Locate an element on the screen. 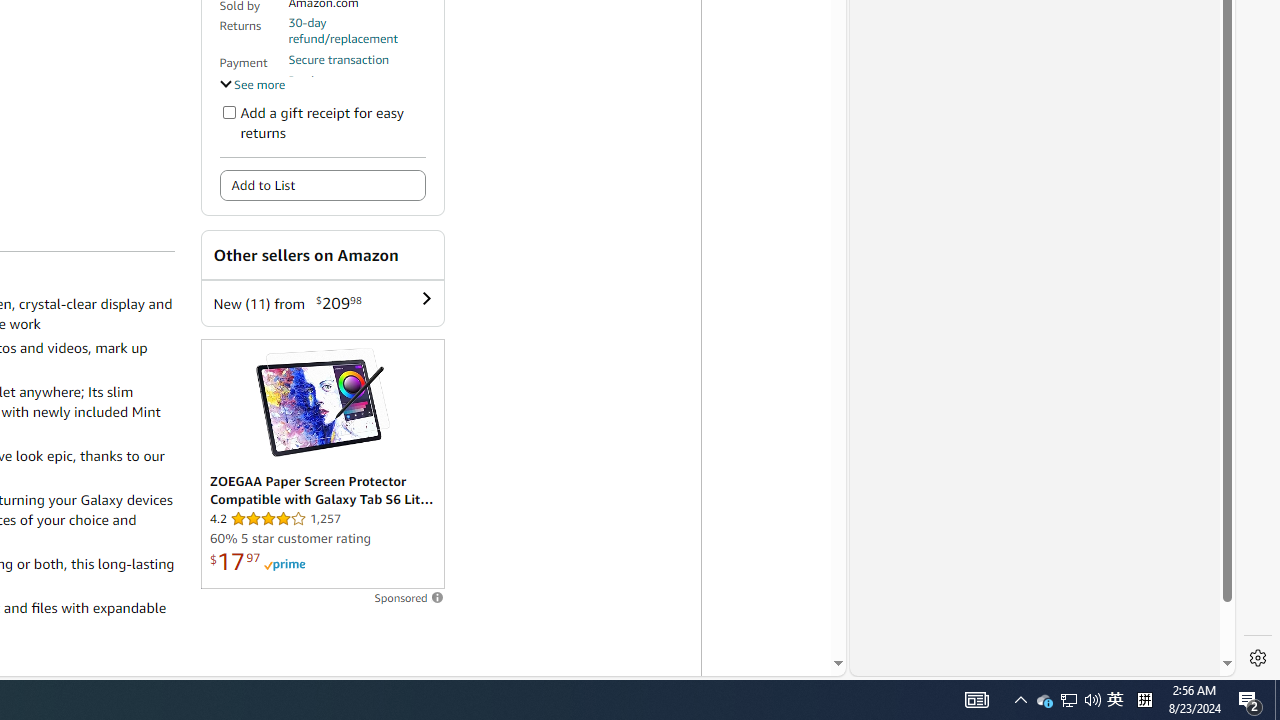 The height and width of the screenshot is (720, 1280). 'Sponsored ad' is located at coordinates (322, 464).